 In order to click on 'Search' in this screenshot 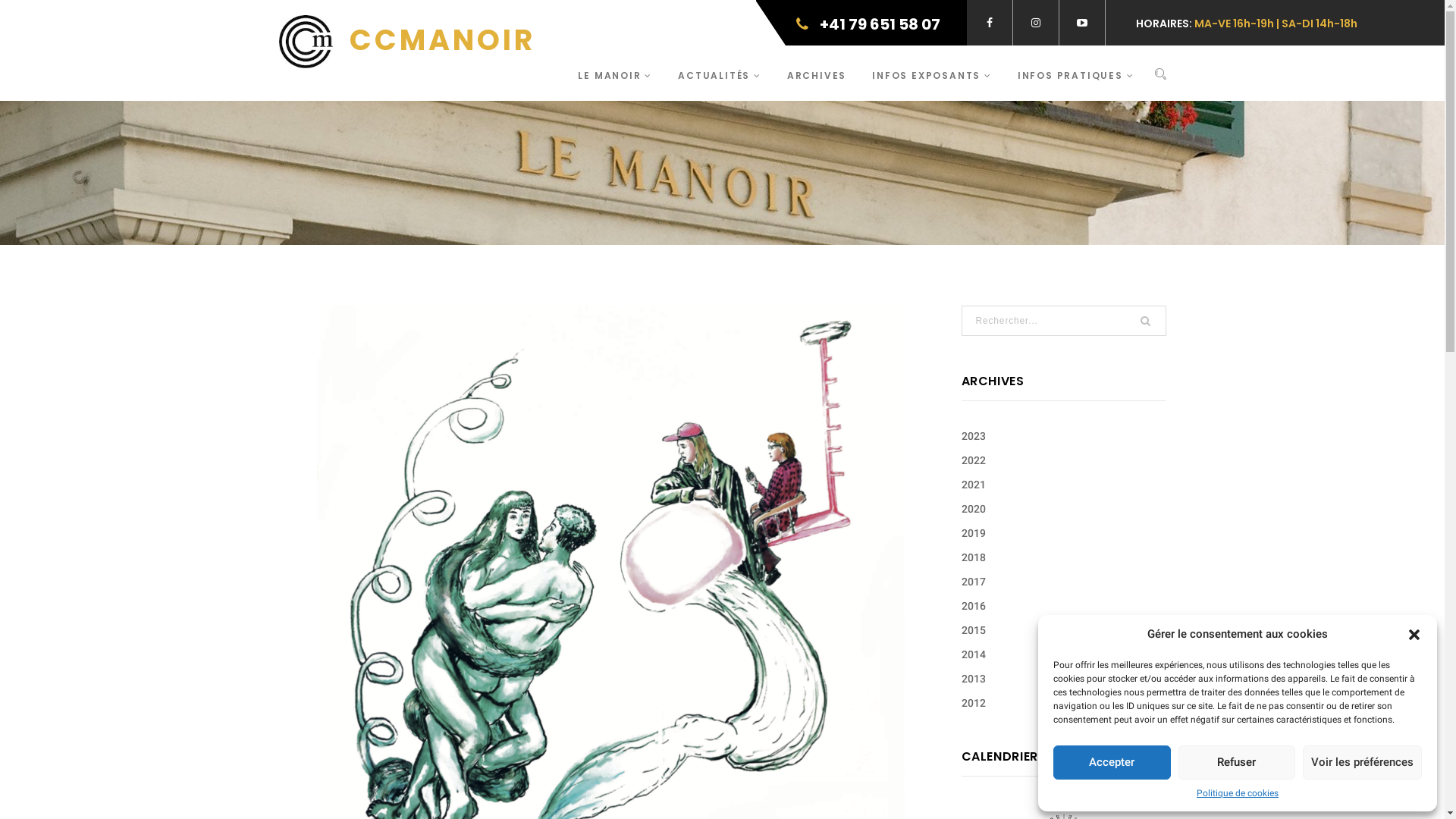, I will do `click(1159, 75)`.